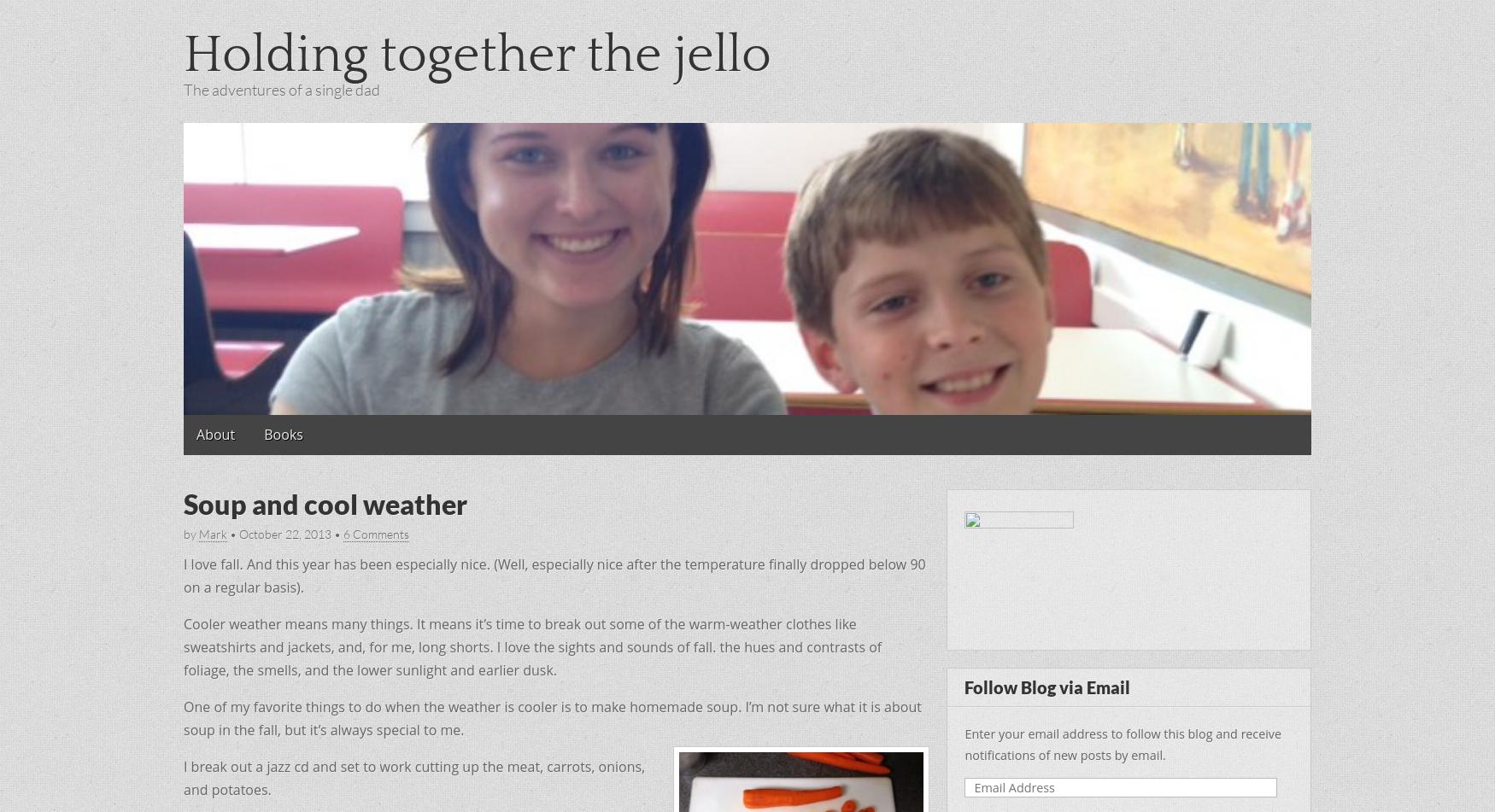 This screenshot has width=1495, height=812. What do you see at coordinates (282, 89) in the screenshot?
I see `'The adventures of a single dad'` at bounding box center [282, 89].